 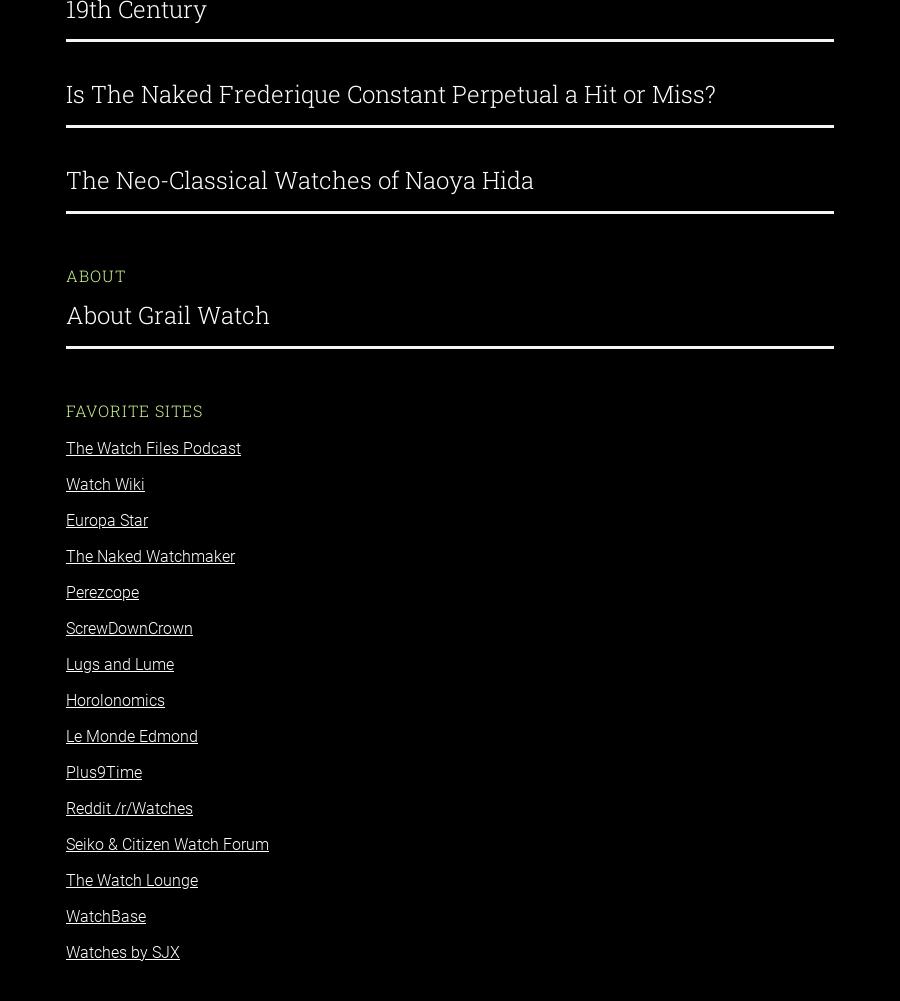 I want to click on 'Is The Naked Frederique Constant Perpetual a Hit or Miss?', so click(x=390, y=75).